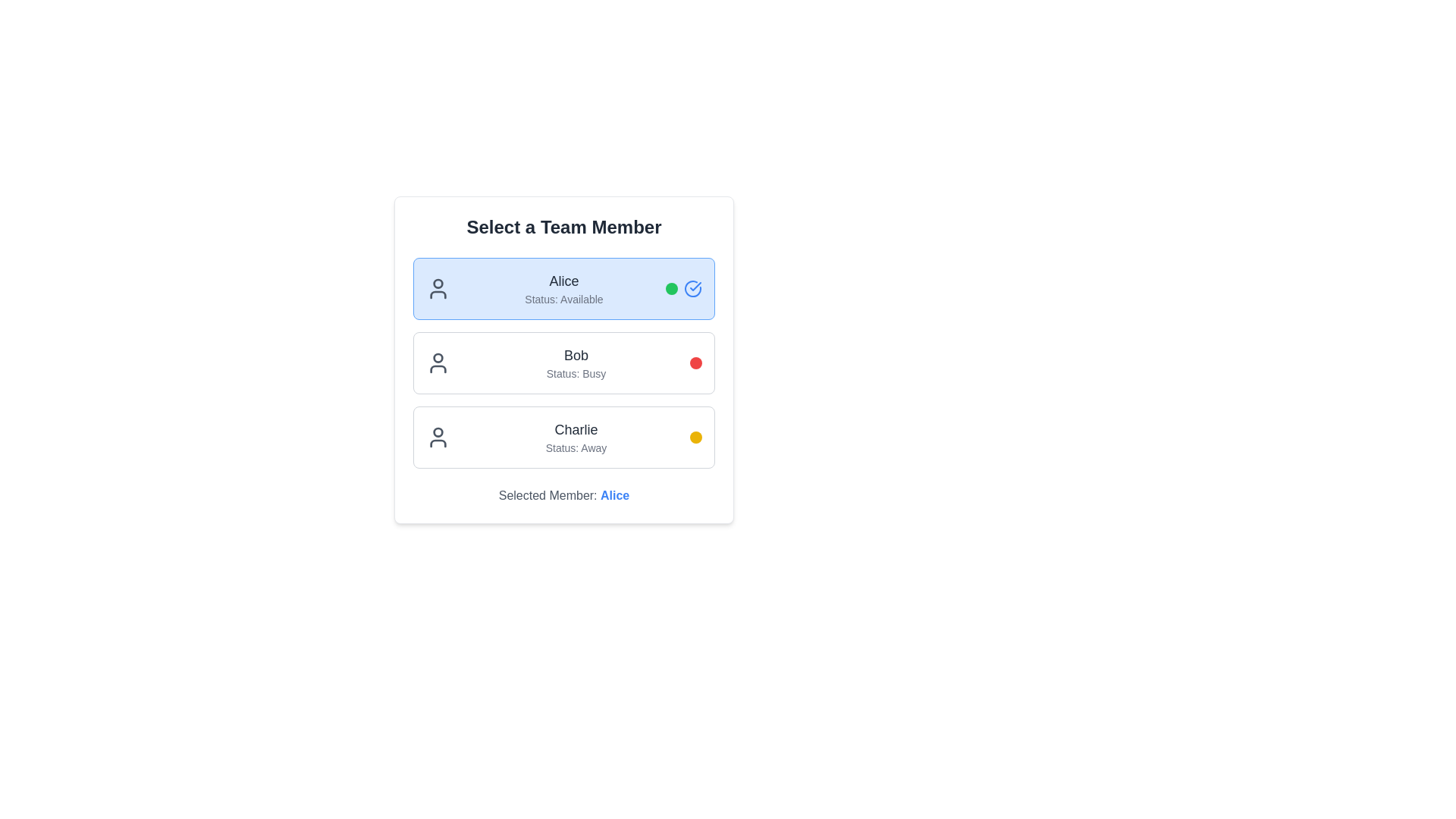  Describe the element at coordinates (437, 438) in the screenshot. I see `the gray-colored user icon representing the 'Charlie' team member, which is positioned to the left of the text content in the third item of the 'Select a Team Member' list` at that location.